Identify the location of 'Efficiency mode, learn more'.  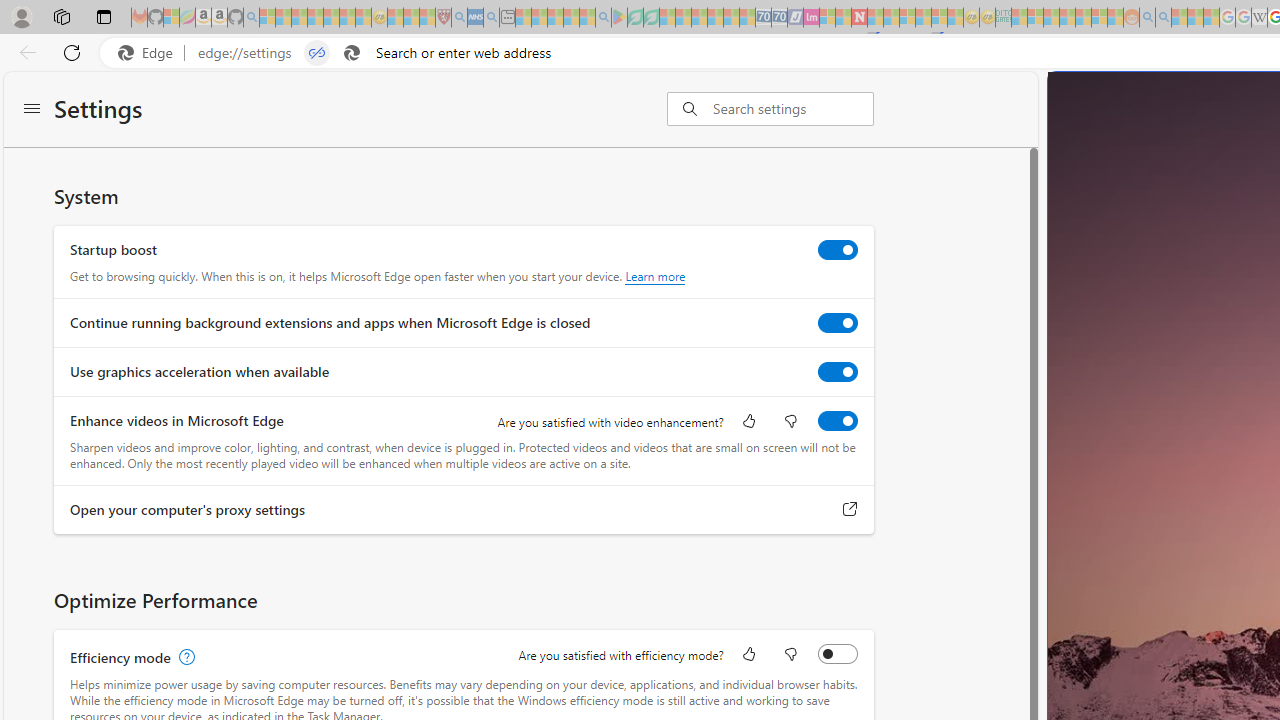
(184, 657).